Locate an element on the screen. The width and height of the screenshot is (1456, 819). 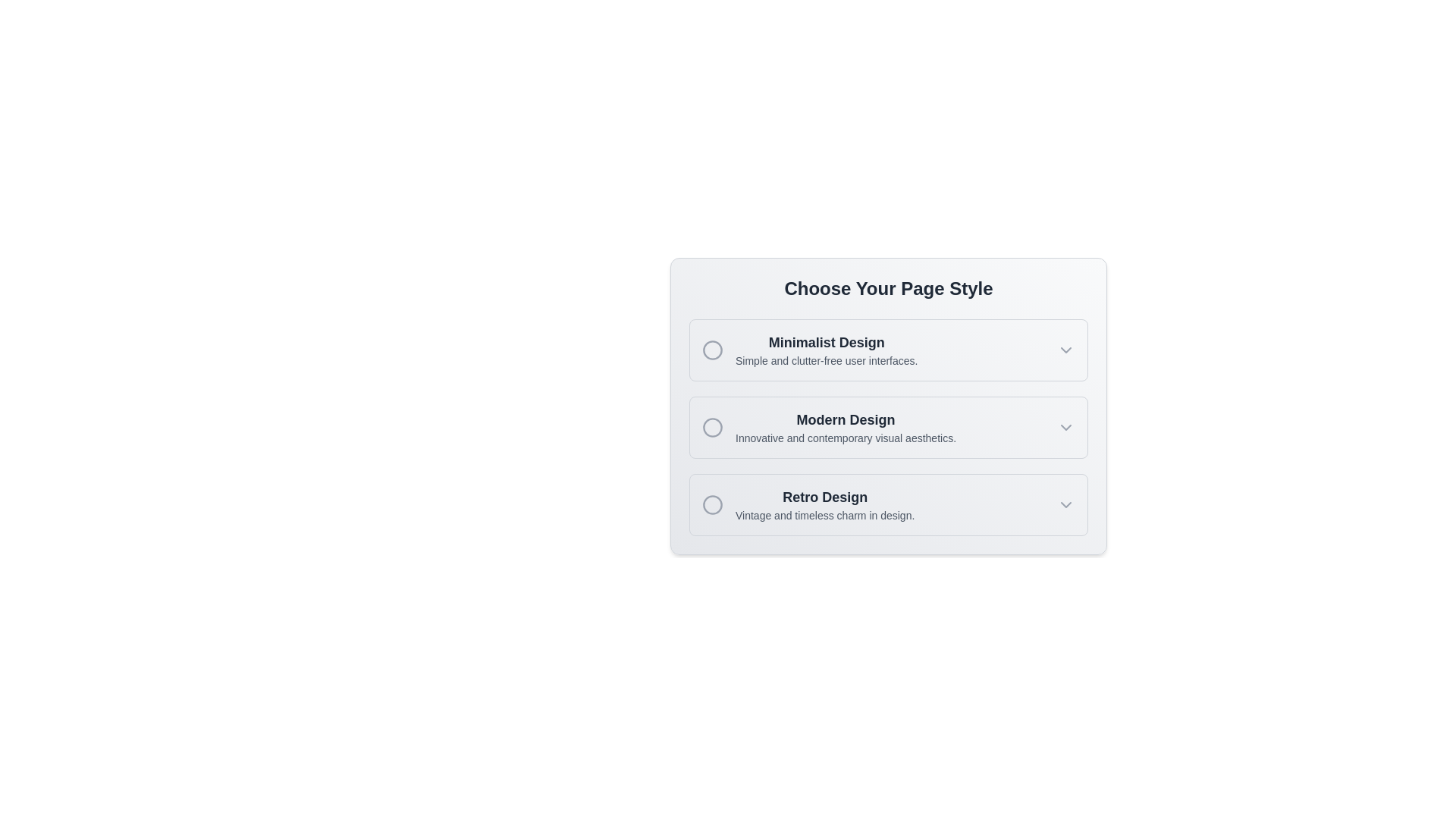
the Circle graphic component that signifies the state of 'Modern Design' selection in the 'Choose Your Page Style' interface is located at coordinates (712, 427).